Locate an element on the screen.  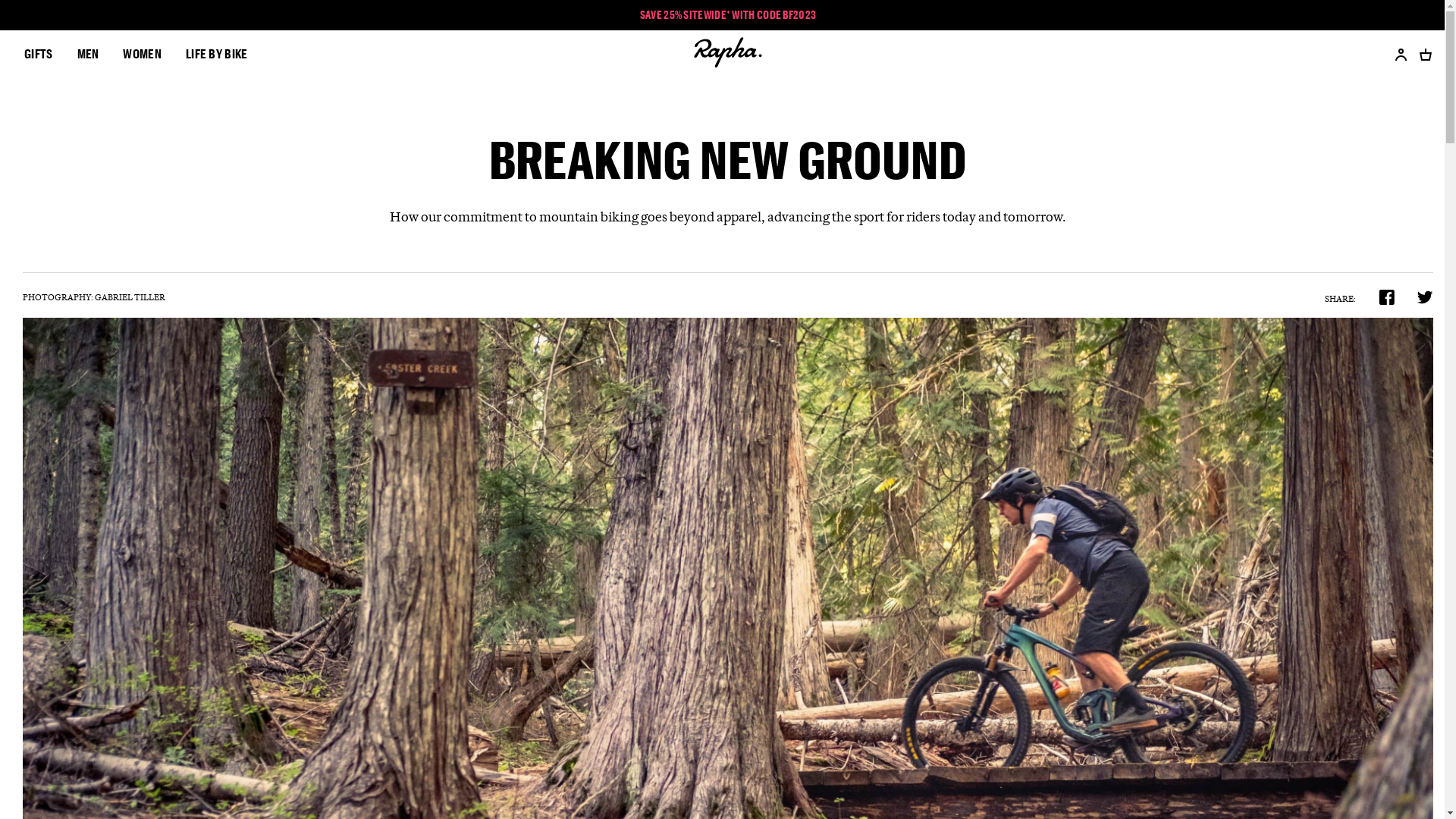
'GIFTS' is located at coordinates (39, 53).